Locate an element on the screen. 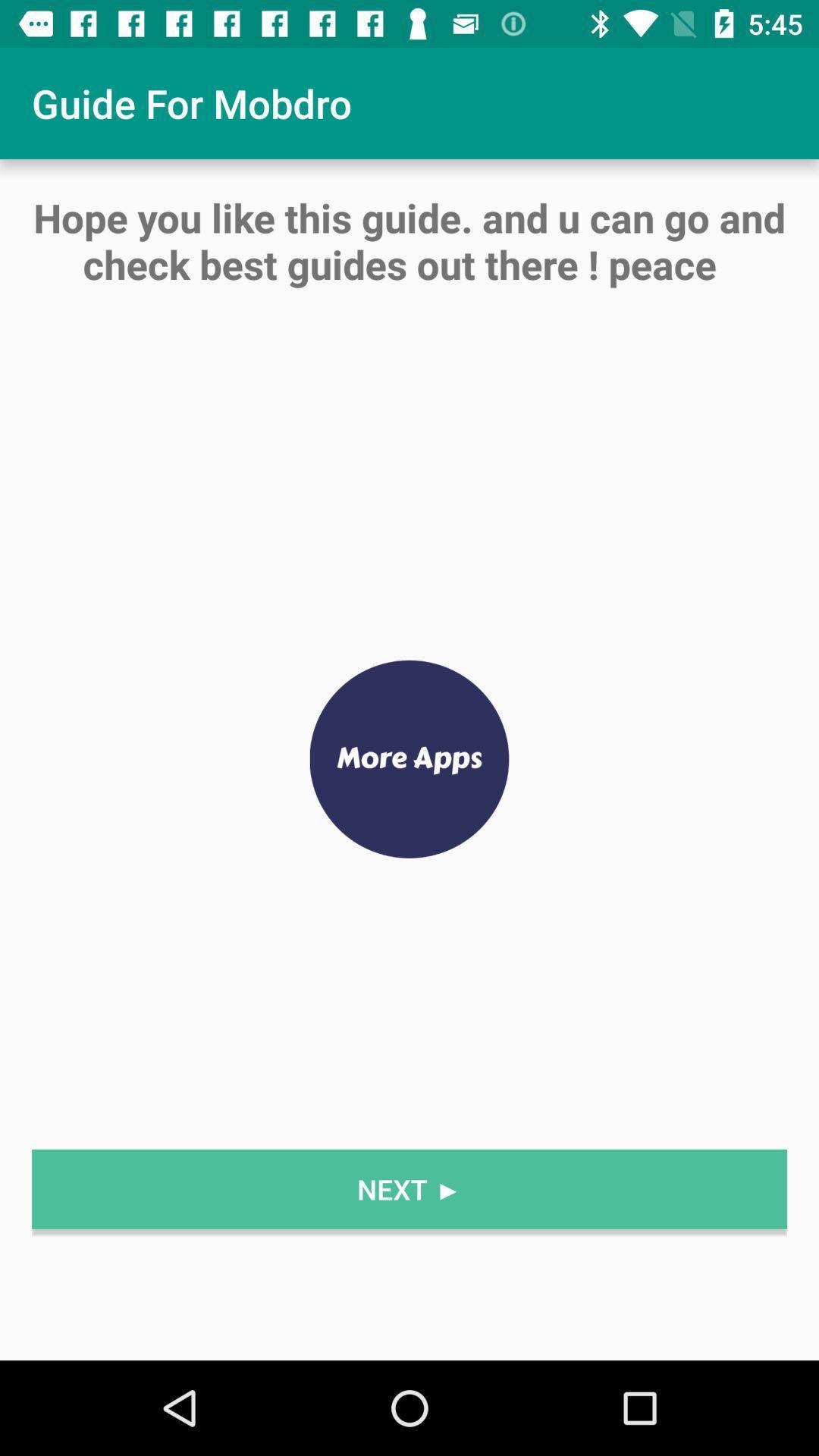 This screenshot has height=1456, width=819. item below hope you like item is located at coordinates (409, 760).